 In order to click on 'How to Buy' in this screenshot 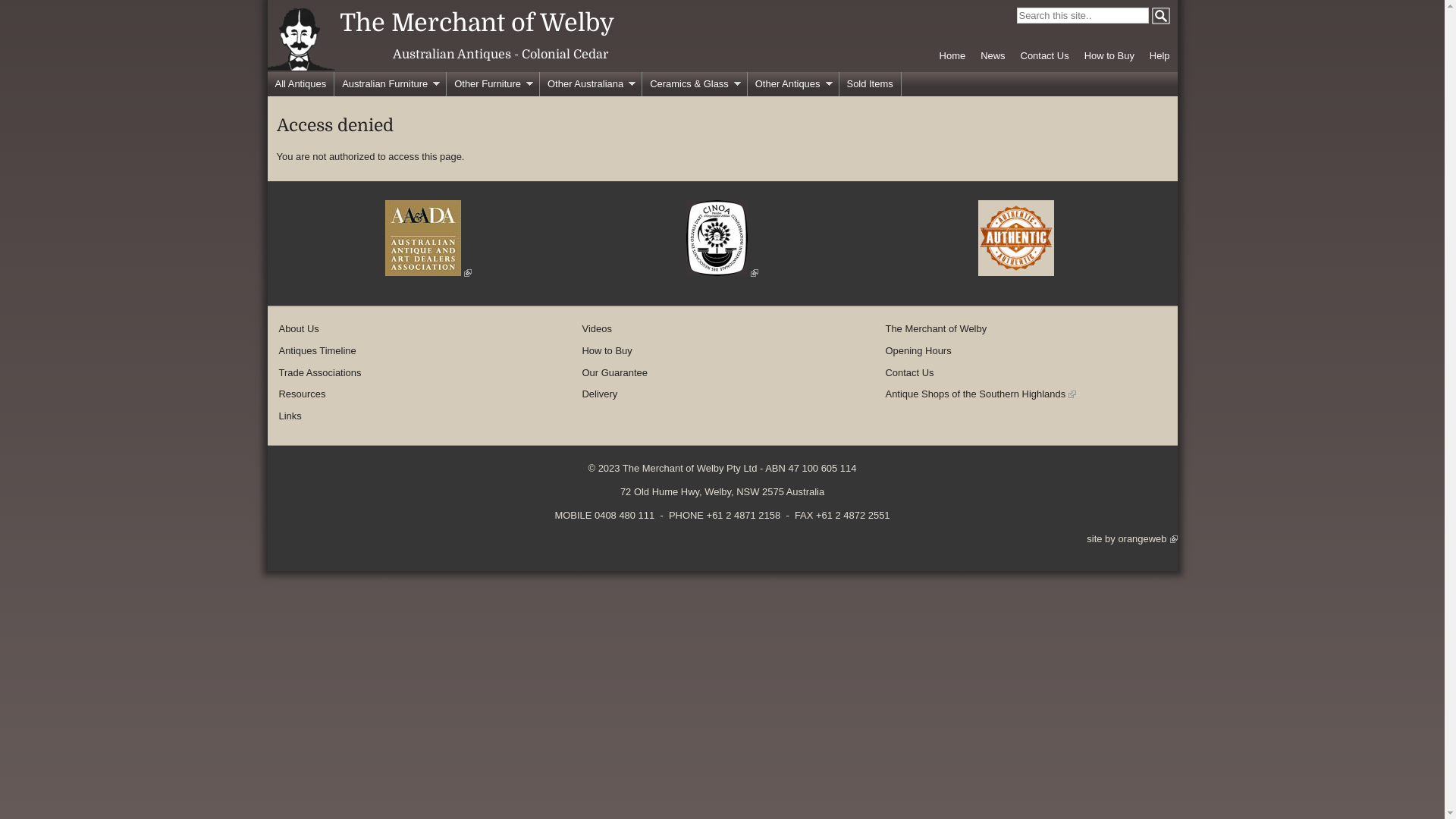, I will do `click(607, 350)`.